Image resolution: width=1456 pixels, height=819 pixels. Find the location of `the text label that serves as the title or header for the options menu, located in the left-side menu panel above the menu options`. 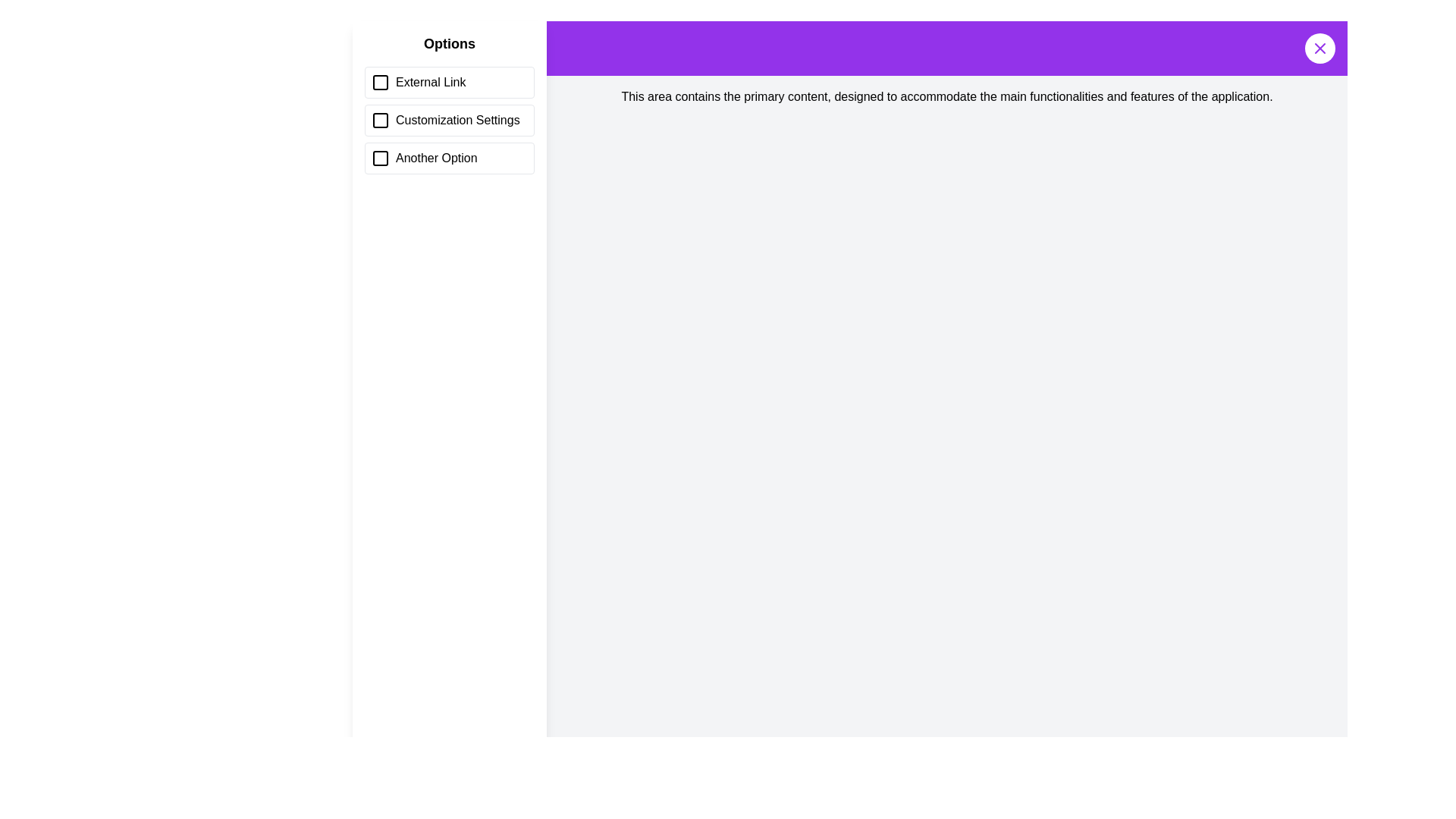

the text label that serves as the title or header for the options menu, located in the left-side menu panel above the menu options is located at coordinates (449, 42).